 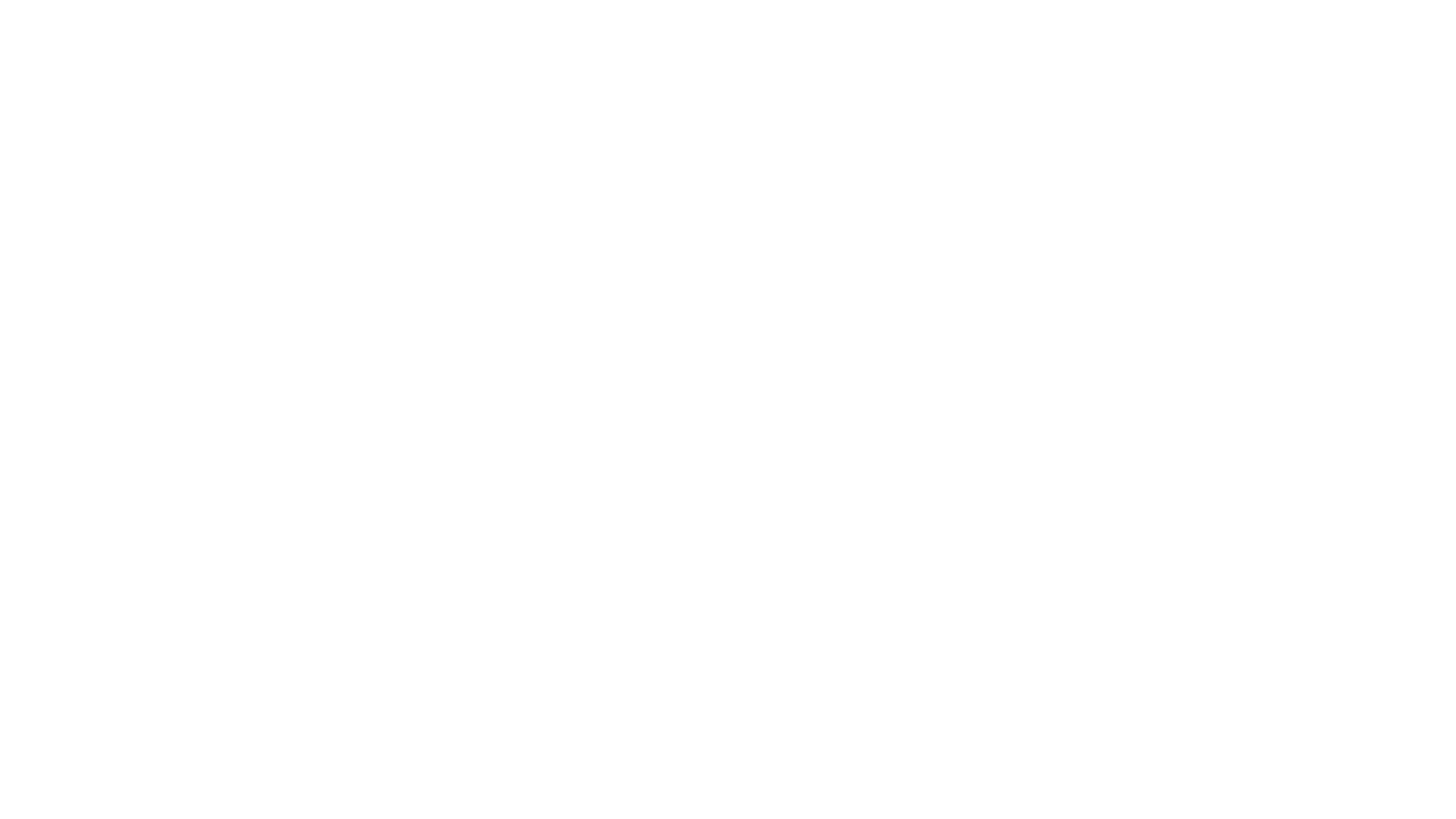 I want to click on Select 4:30 PM on Mon, Jun 27, 2022, so click(x=1078, y=246).